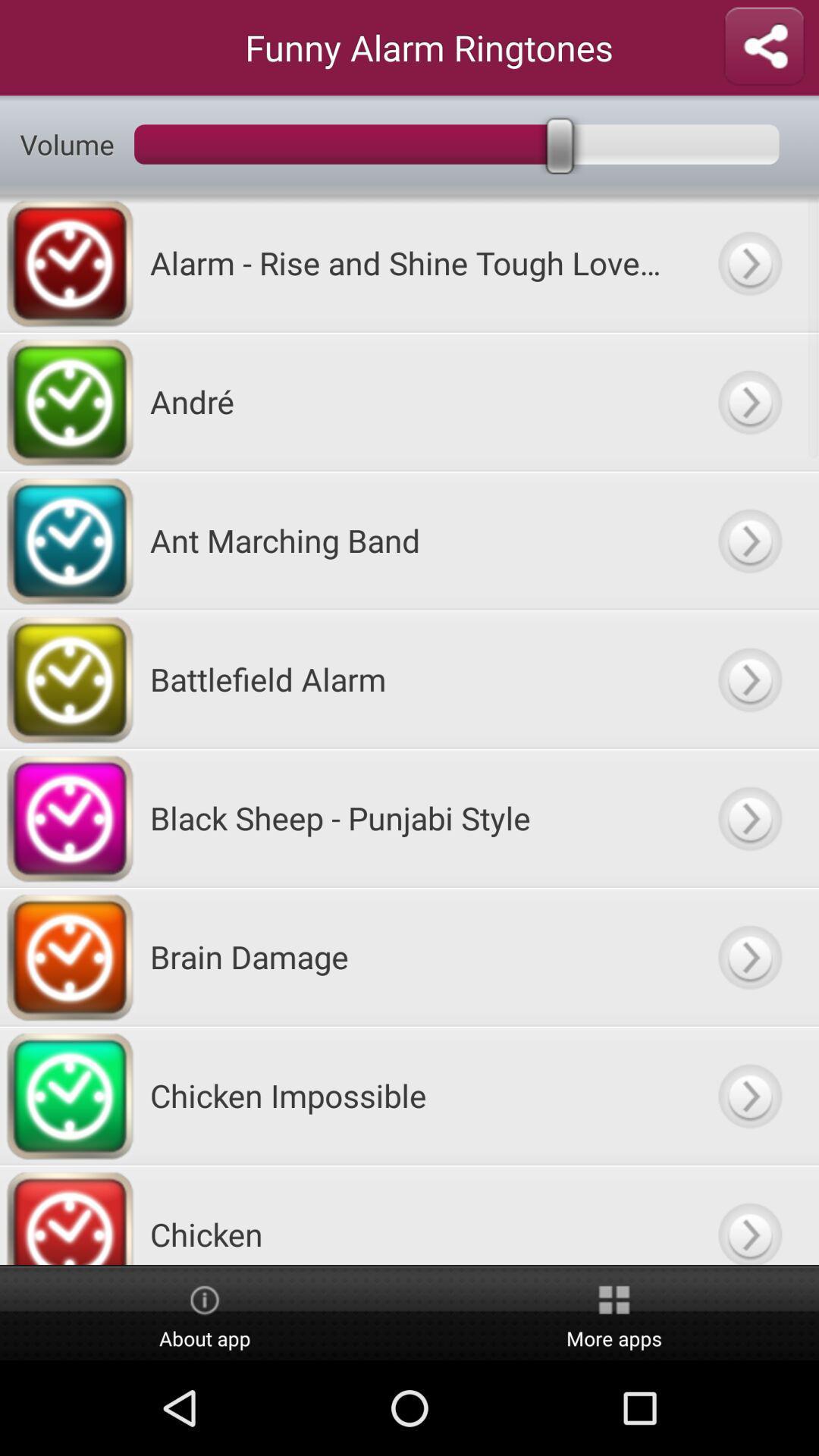  Describe the element at coordinates (748, 817) in the screenshot. I see `goto option` at that location.